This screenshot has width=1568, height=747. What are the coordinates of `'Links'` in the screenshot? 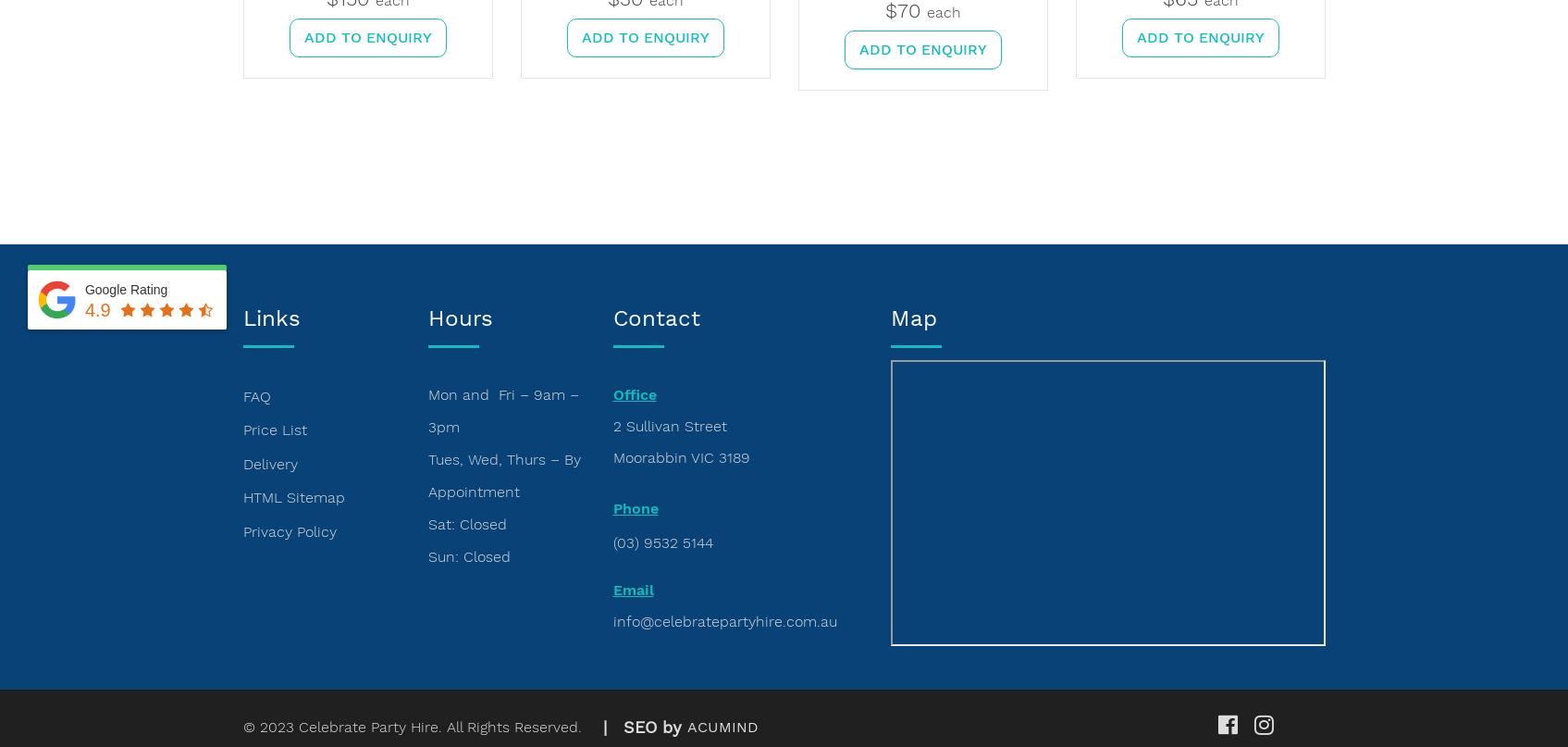 It's located at (242, 318).